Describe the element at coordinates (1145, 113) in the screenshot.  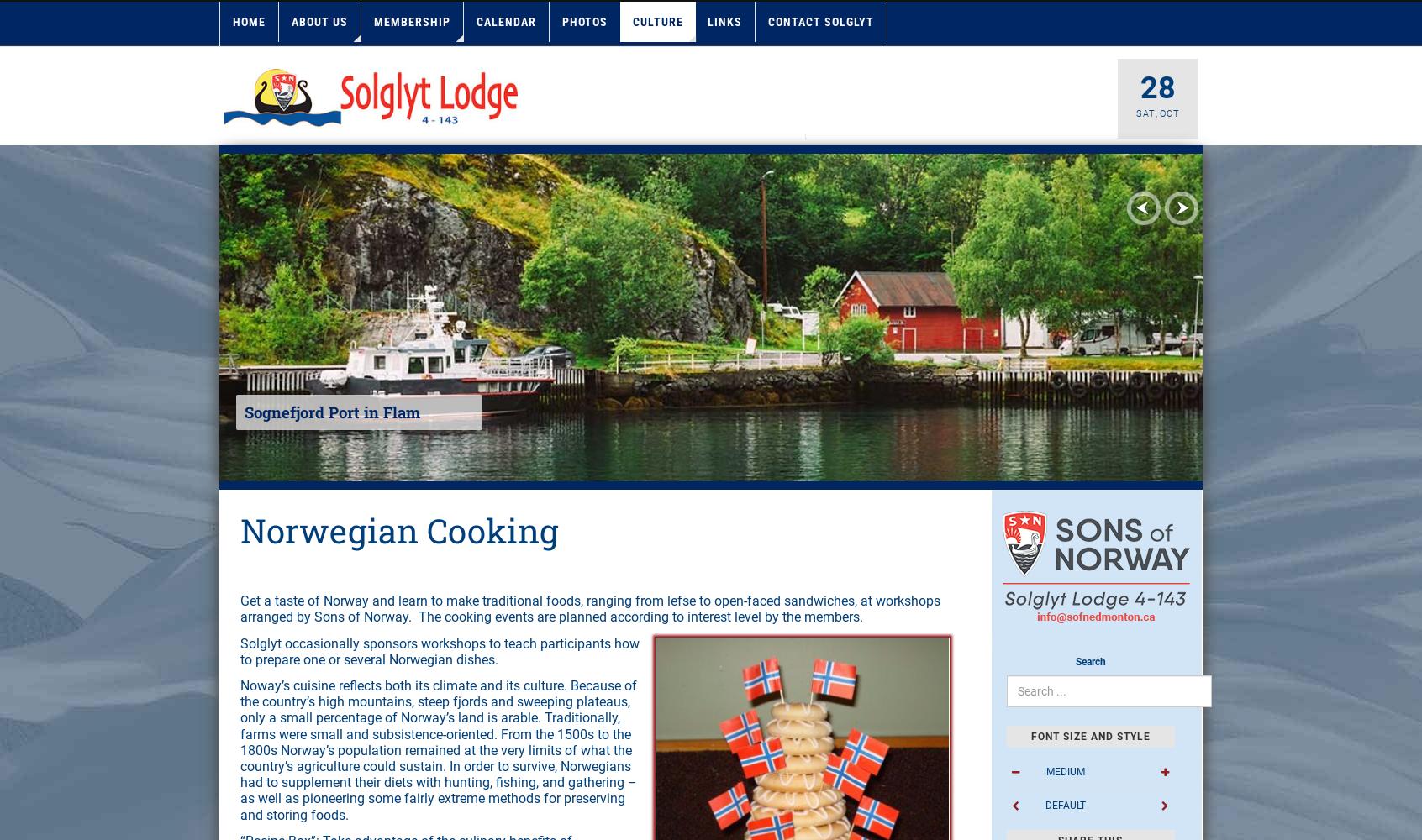
I see `'Sat'` at that location.